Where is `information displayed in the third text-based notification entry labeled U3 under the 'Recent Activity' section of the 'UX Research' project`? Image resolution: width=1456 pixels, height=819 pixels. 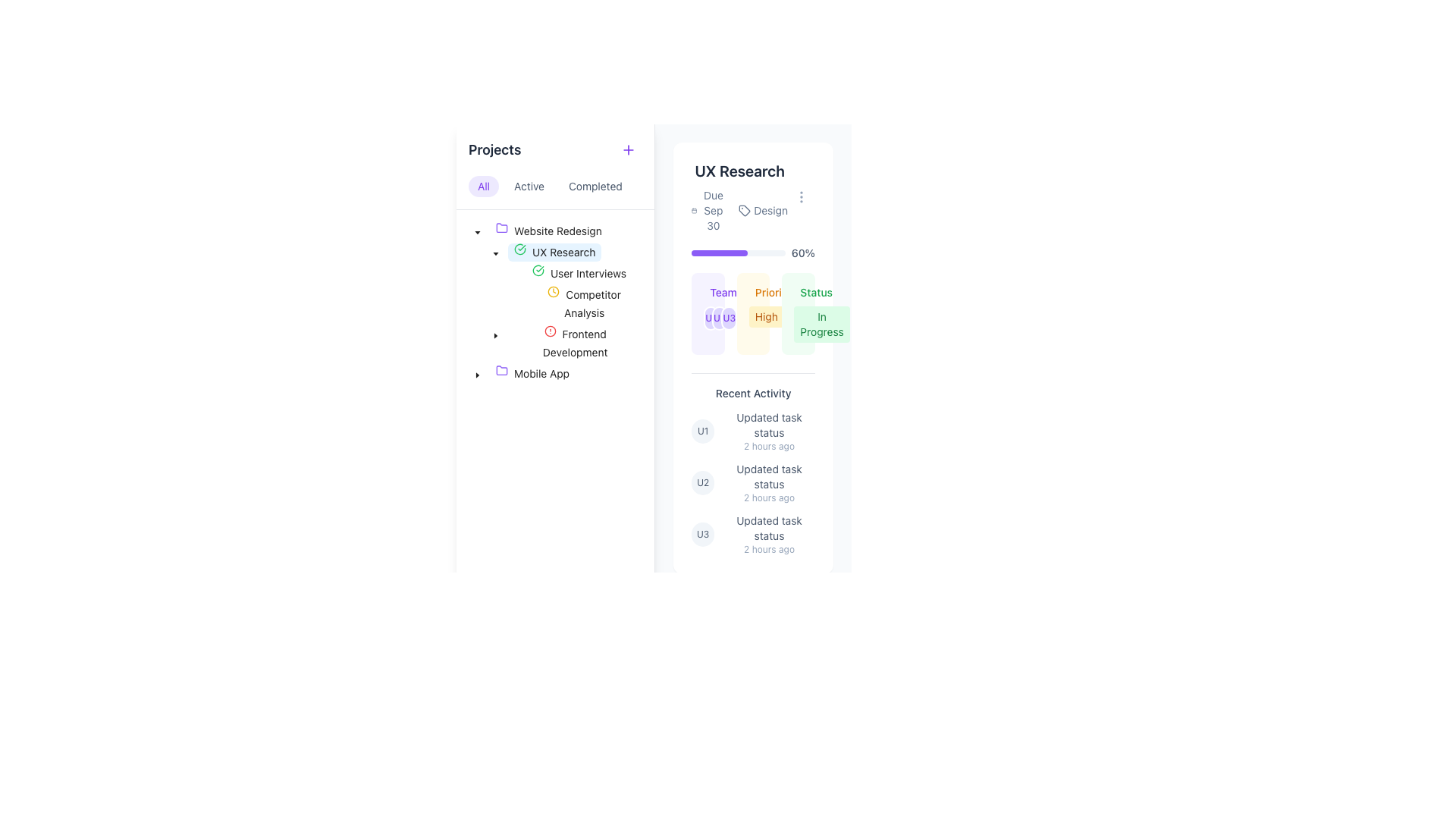
information displayed in the third text-based notification entry labeled U3 under the 'Recent Activity' section of the 'UX Research' project is located at coordinates (769, 534).